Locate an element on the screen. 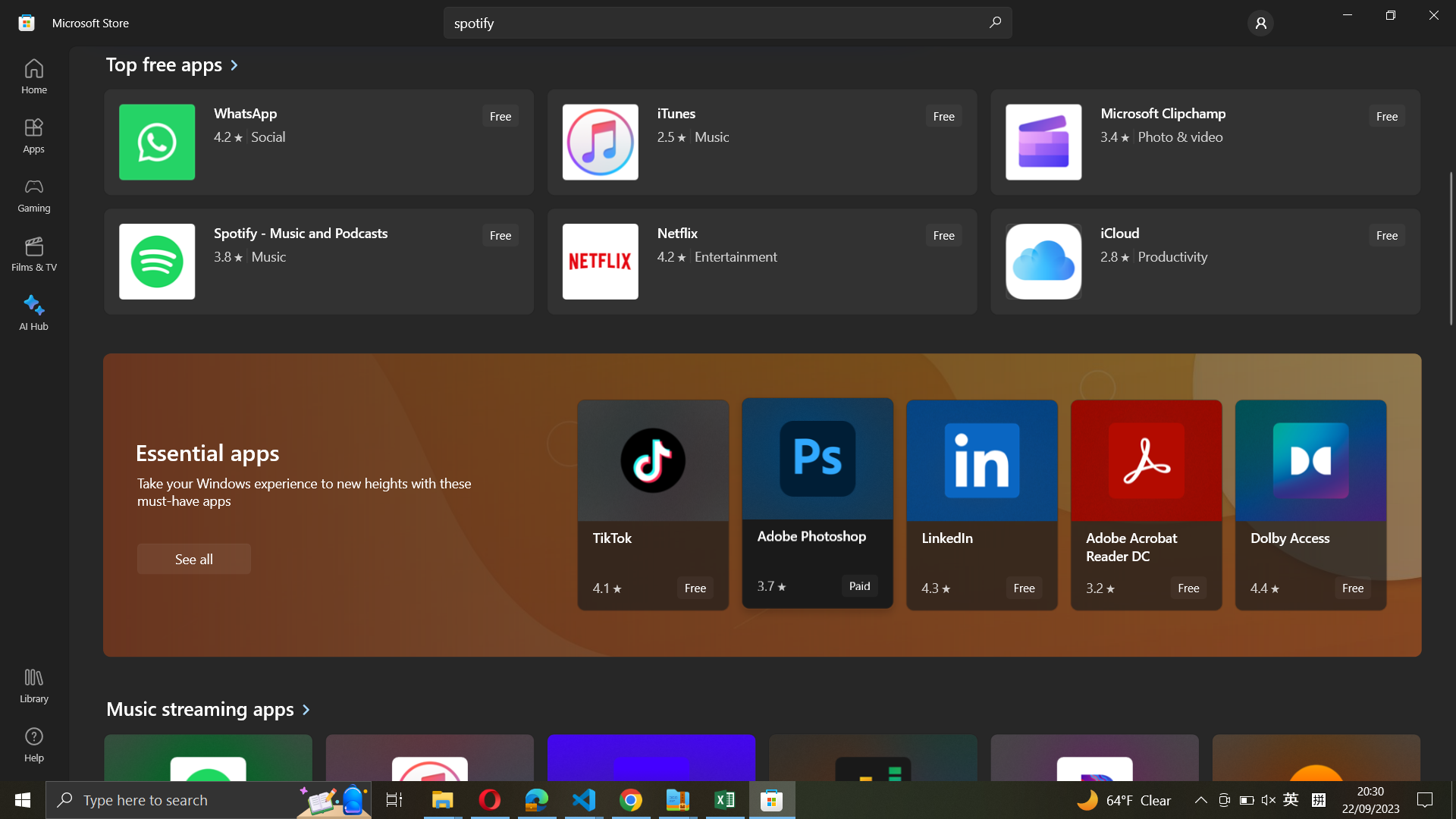 This screenshot has width=1456, height=819. See profile" of user is located at coordinates (1260, 22).